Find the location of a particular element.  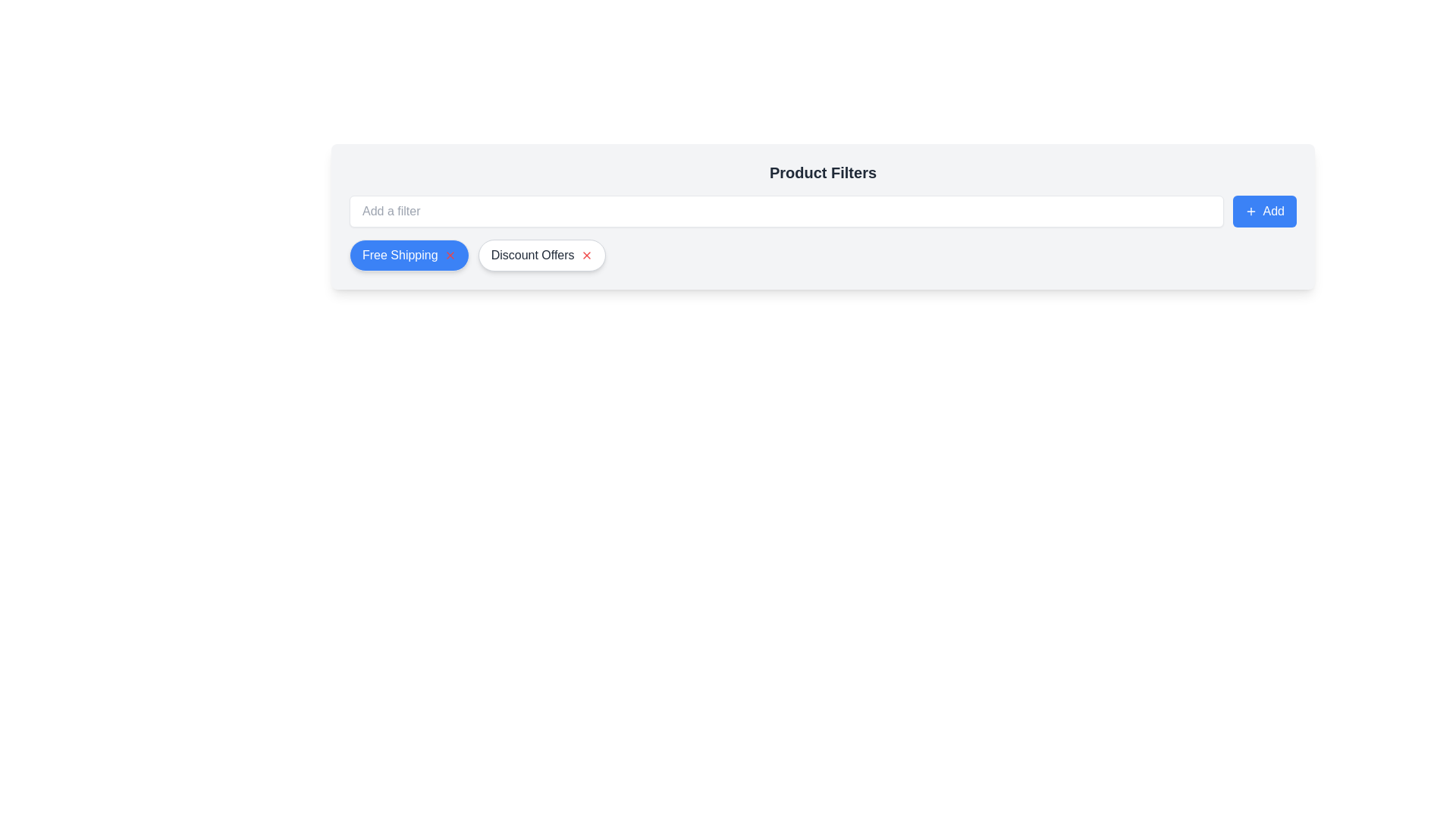

the small red 'X' icon on the blue button labeled 'Free Shipping' is located at coordinates (449, 254).